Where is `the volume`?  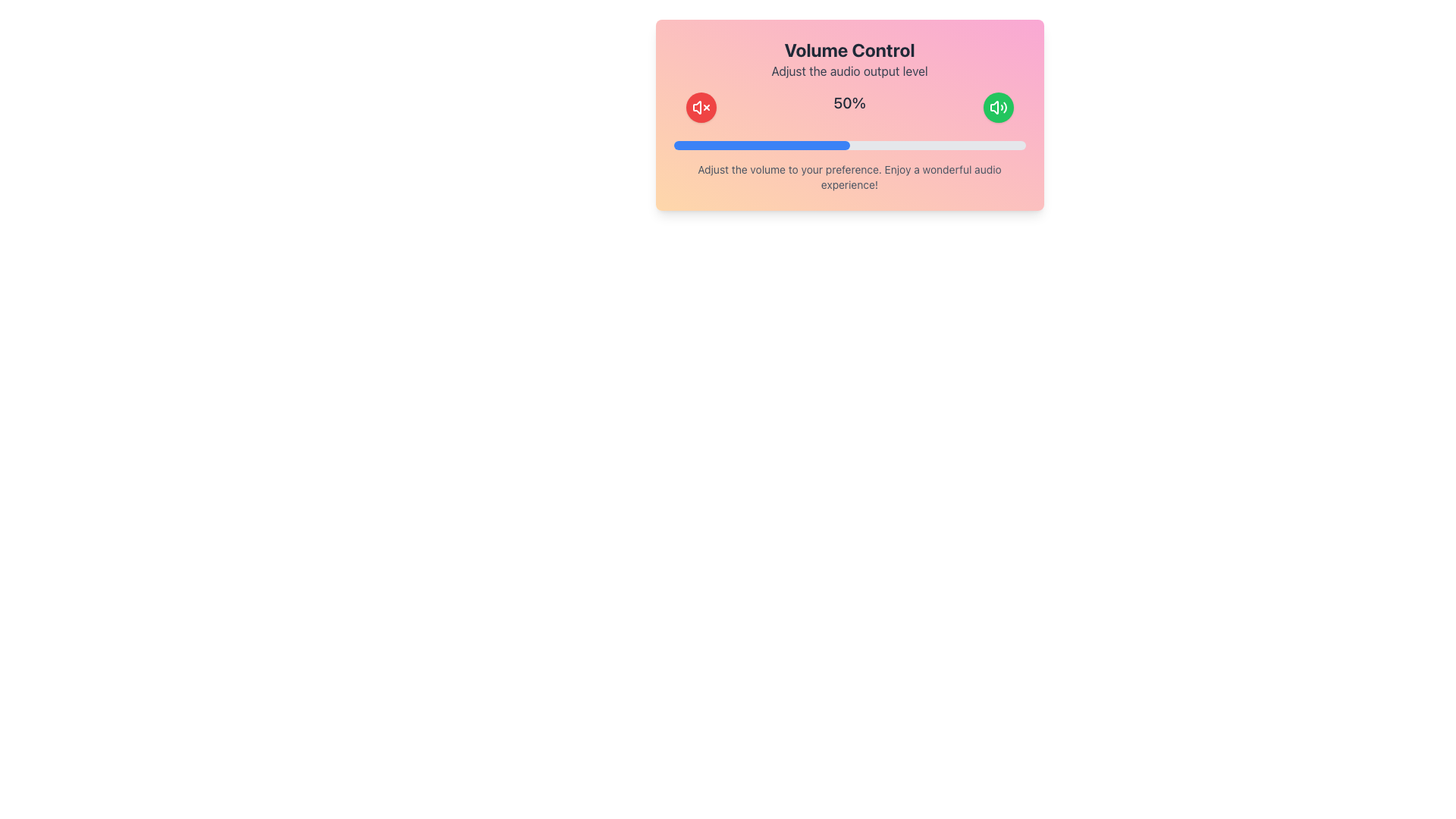 the volume is located at coordinates (810, 146).